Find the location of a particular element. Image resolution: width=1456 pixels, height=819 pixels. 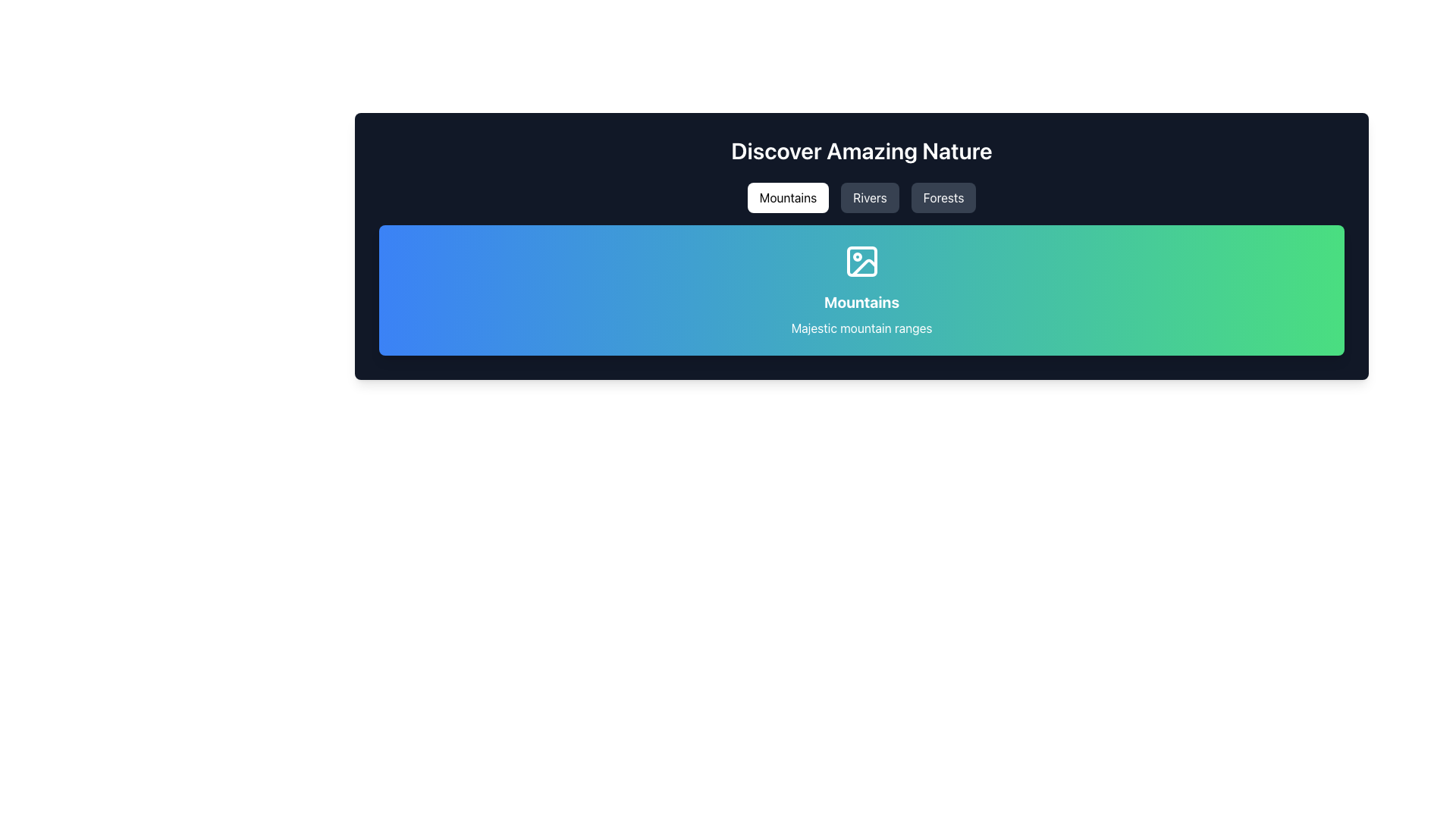

the 'Rivers' button, which is the second button in a row of three buttons labeled 'Mountains', 'Rivers', and 'Forests', located below the header 'Discover Amazing Nature' is located at coordinates (870, 197).